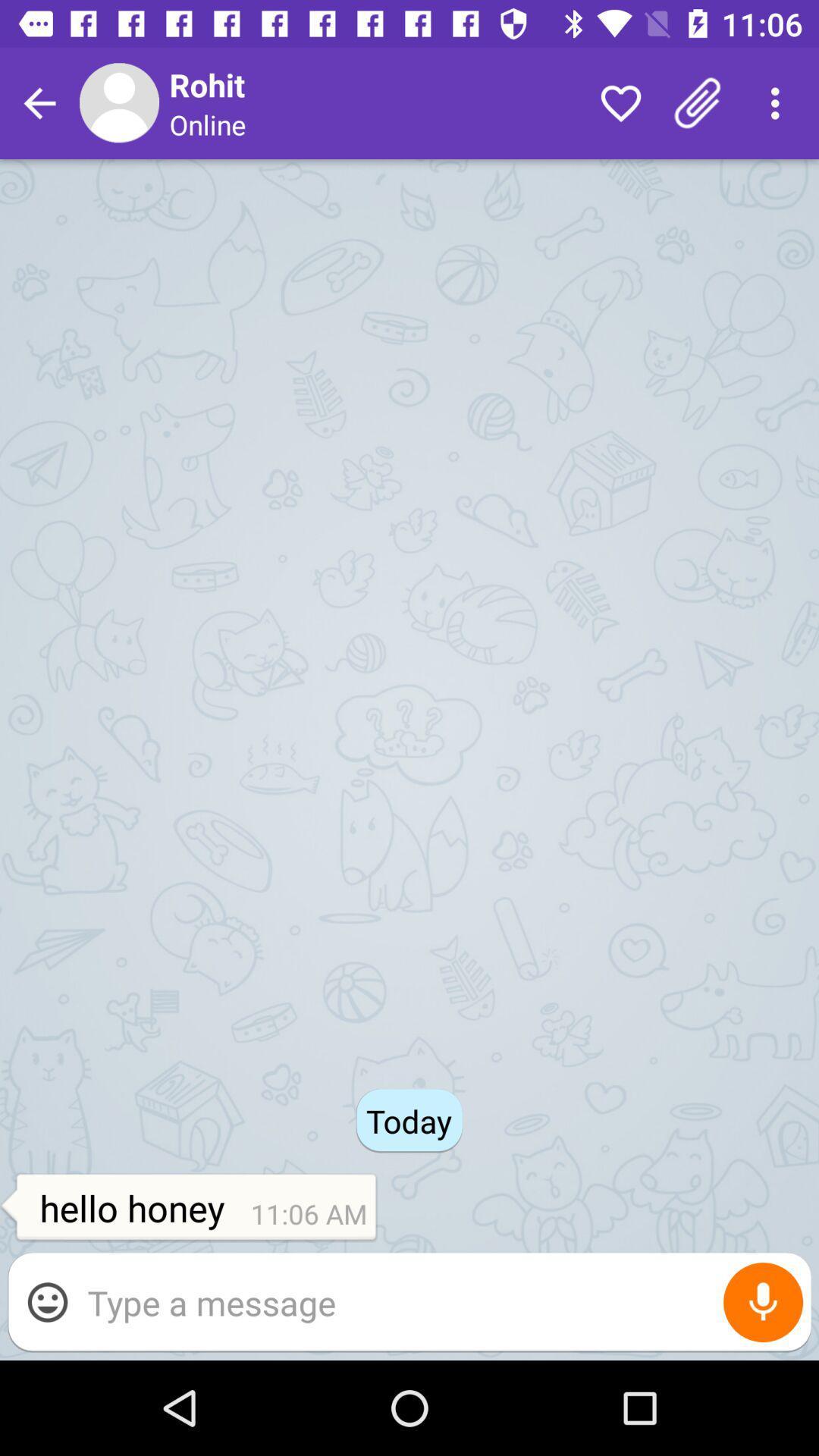 This screenshot has width=819, height=1456. I want to click on input by speech, so click(763, 1301).